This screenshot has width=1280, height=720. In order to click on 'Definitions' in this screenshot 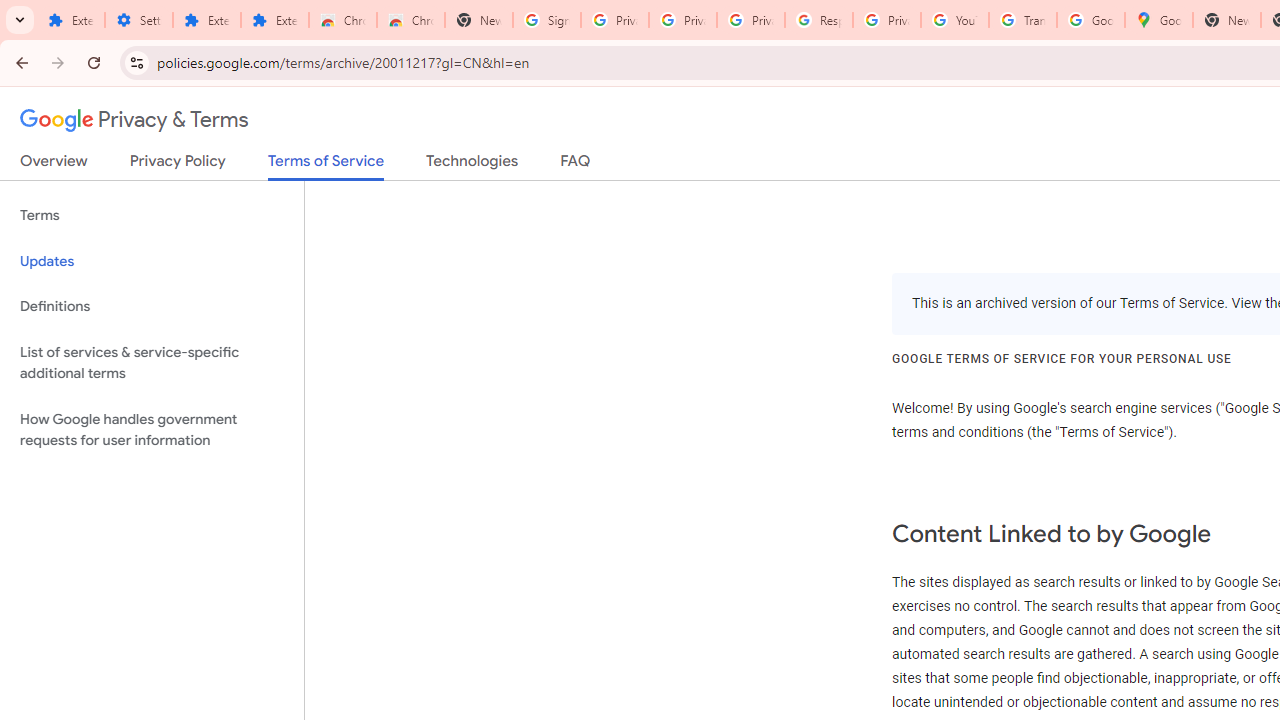, I will do `click(151, 306)`.